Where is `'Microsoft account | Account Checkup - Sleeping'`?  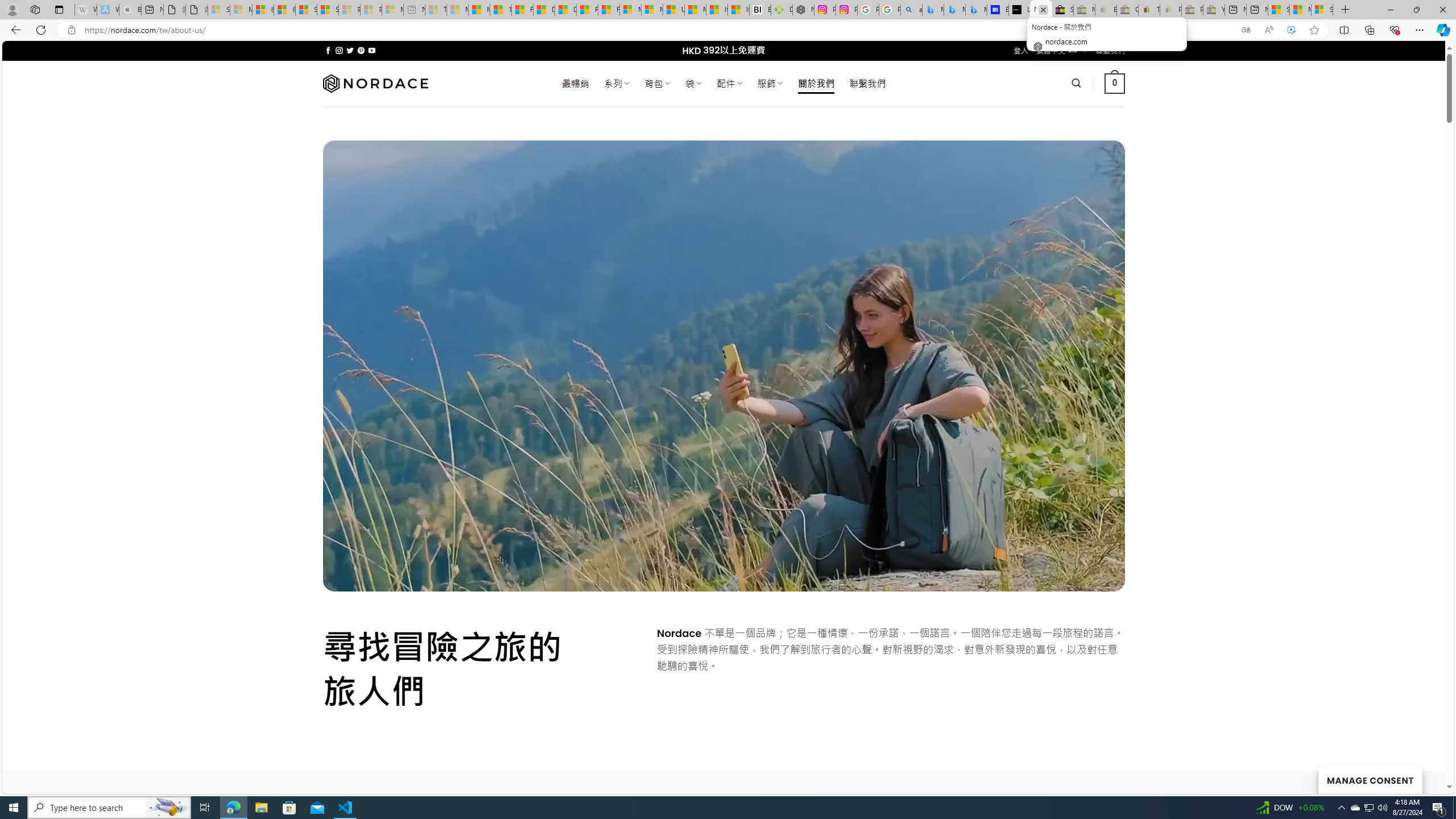
'Microsoft account | Account Checkup - Sleeping' is located at coordinates (391, 9).